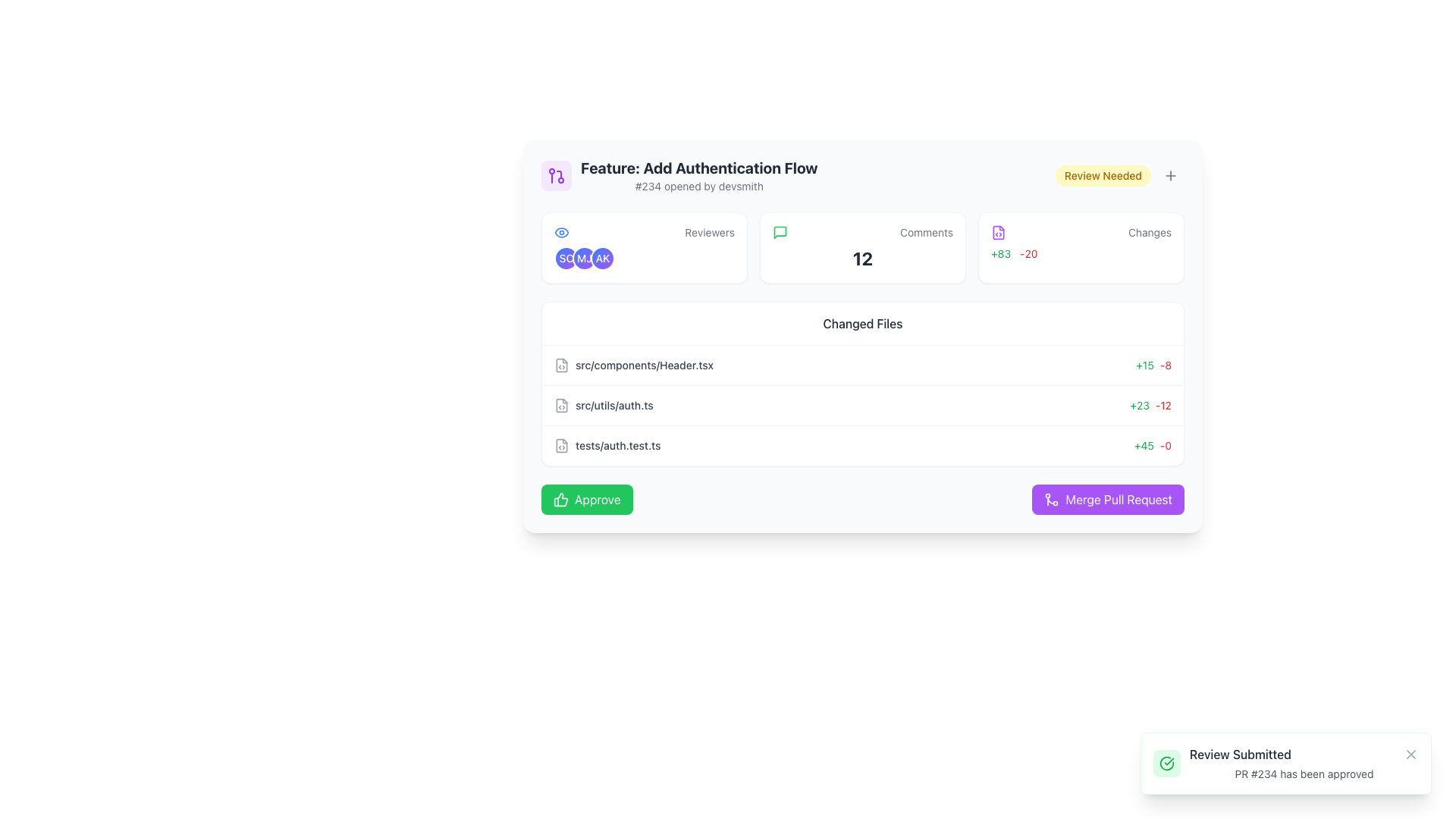  I want to click on the text label reading '#234 opened by devsmith', which is a small gray-colored sans-serif font label located below the heading 'Feature: Add Authentication Flow', so click(698, 186).